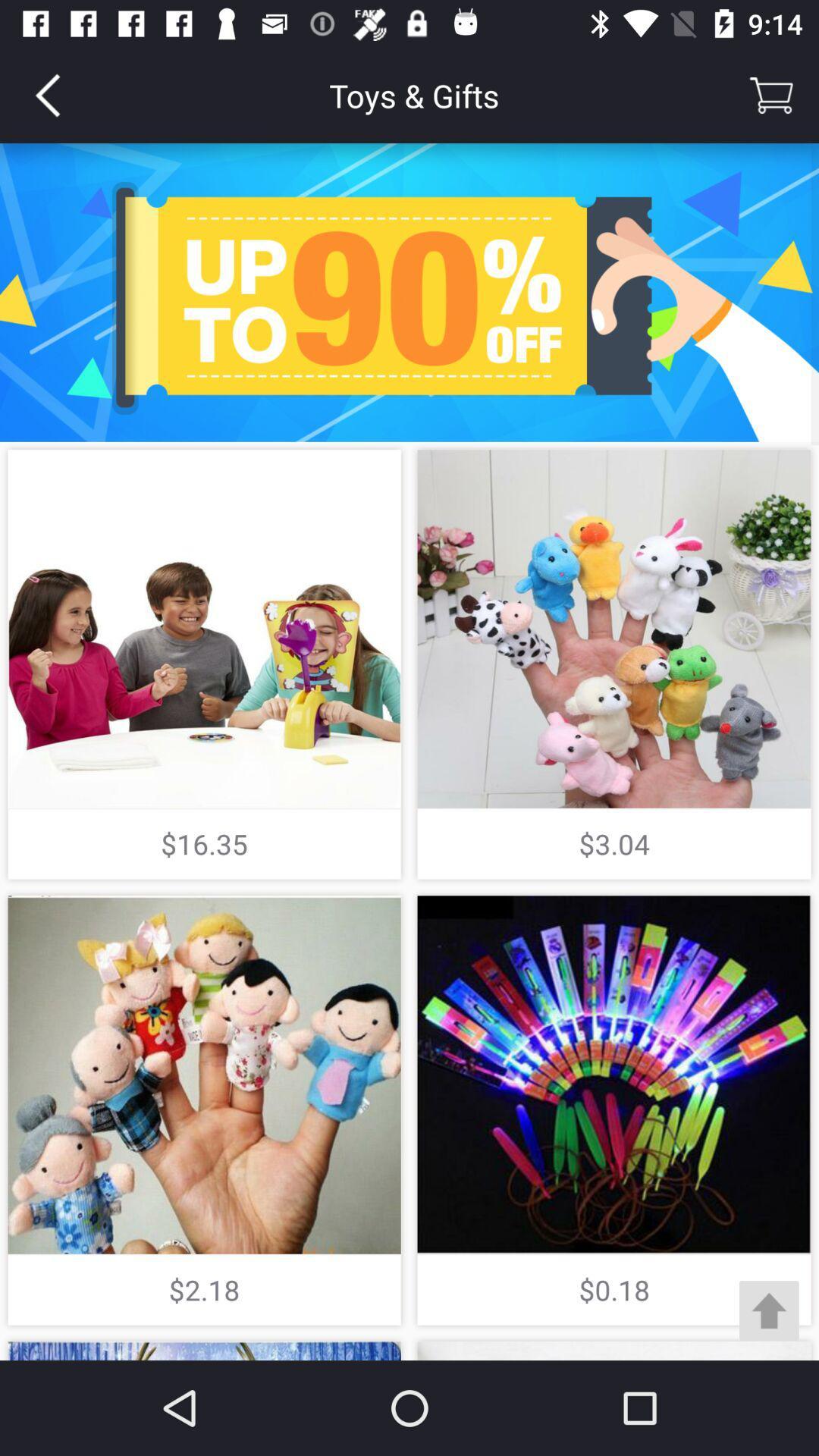 Image resolution: width=819 pixels, height=1456 pixels. Describe the element at coordinates (771, 94) in the screenshot. I see `the cart icon` at that location.